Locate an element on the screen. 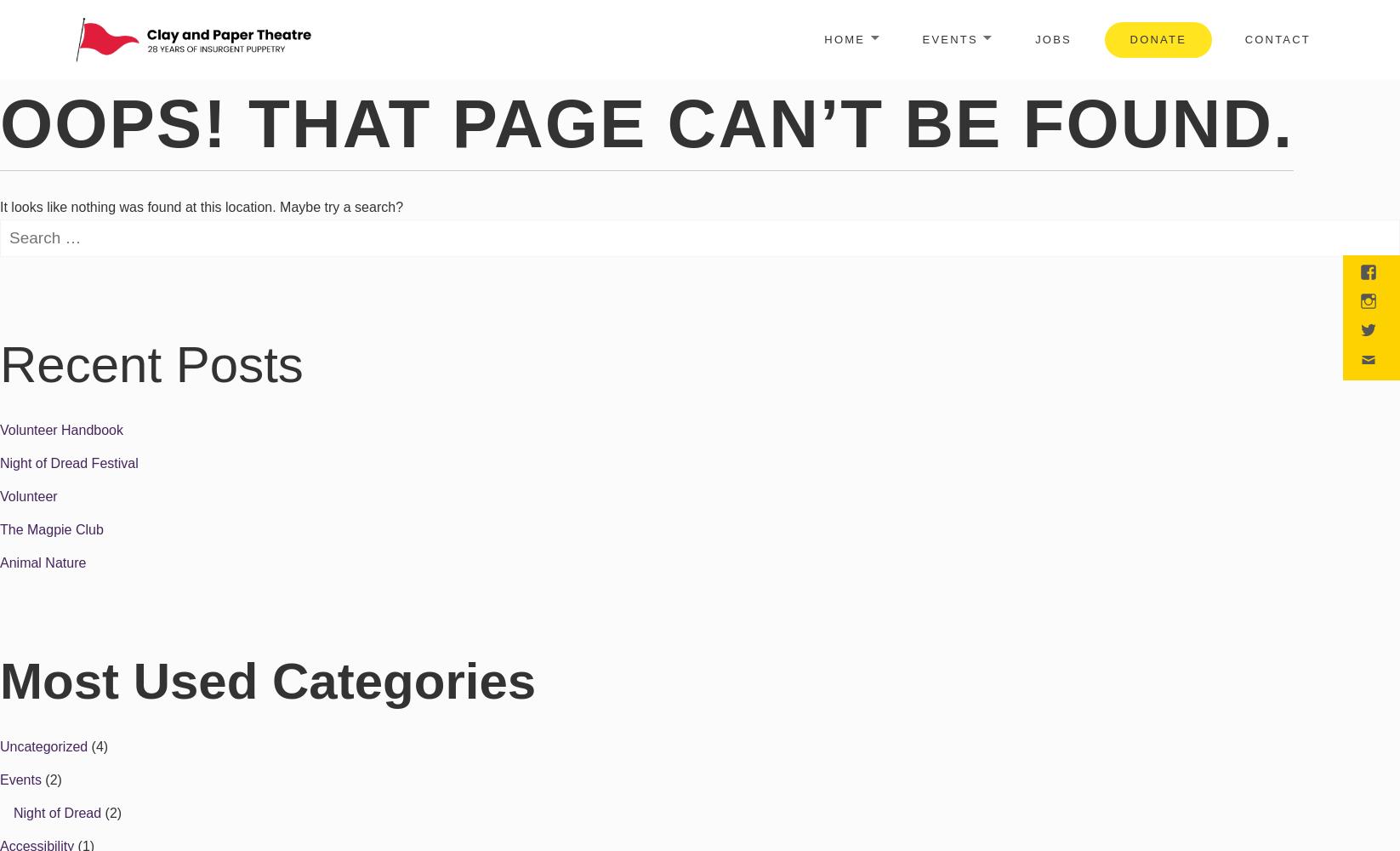 The height and width of the screenshot is (851, 1400). 'Night of Dread' is located at coordinates (13, 812).